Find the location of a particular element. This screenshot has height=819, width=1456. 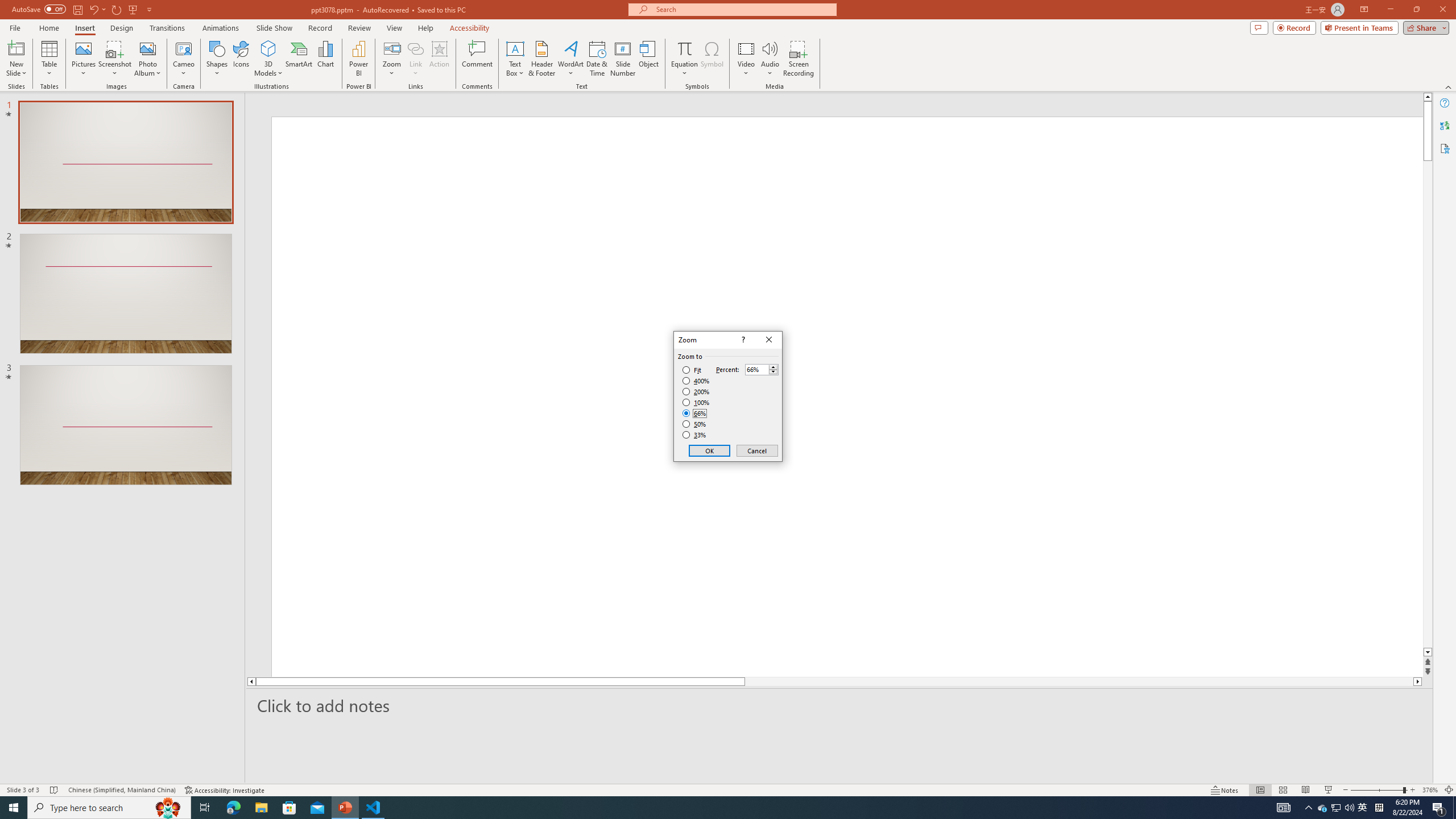

'Screen Recording...' is located at coordinates (798, 59).